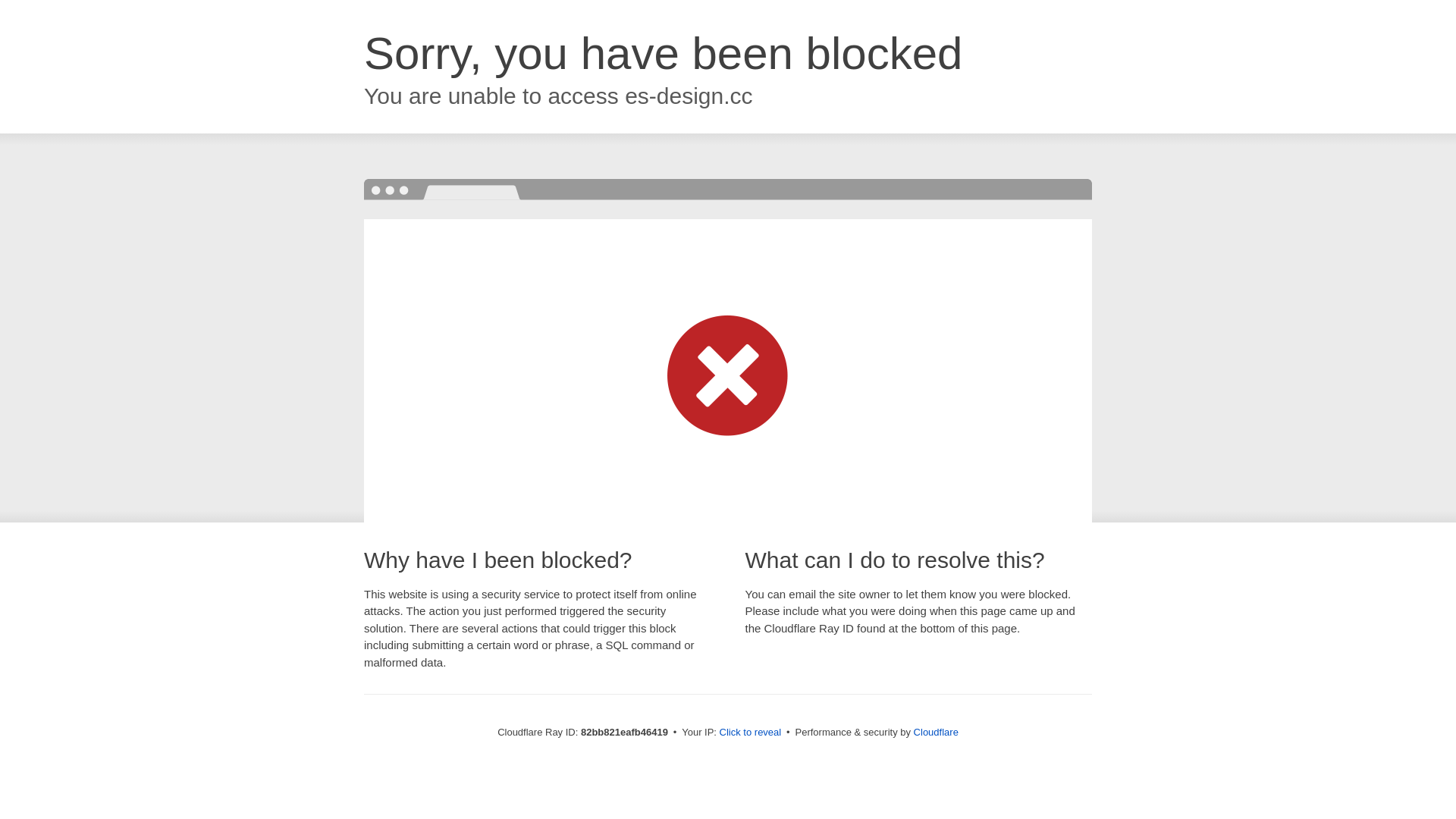 This screenshot has width=1456, height=819. What do you see at coordinates (935, 731) in the screenshot?
I see `'Cloudflare'` at bounding box center [935, 731].